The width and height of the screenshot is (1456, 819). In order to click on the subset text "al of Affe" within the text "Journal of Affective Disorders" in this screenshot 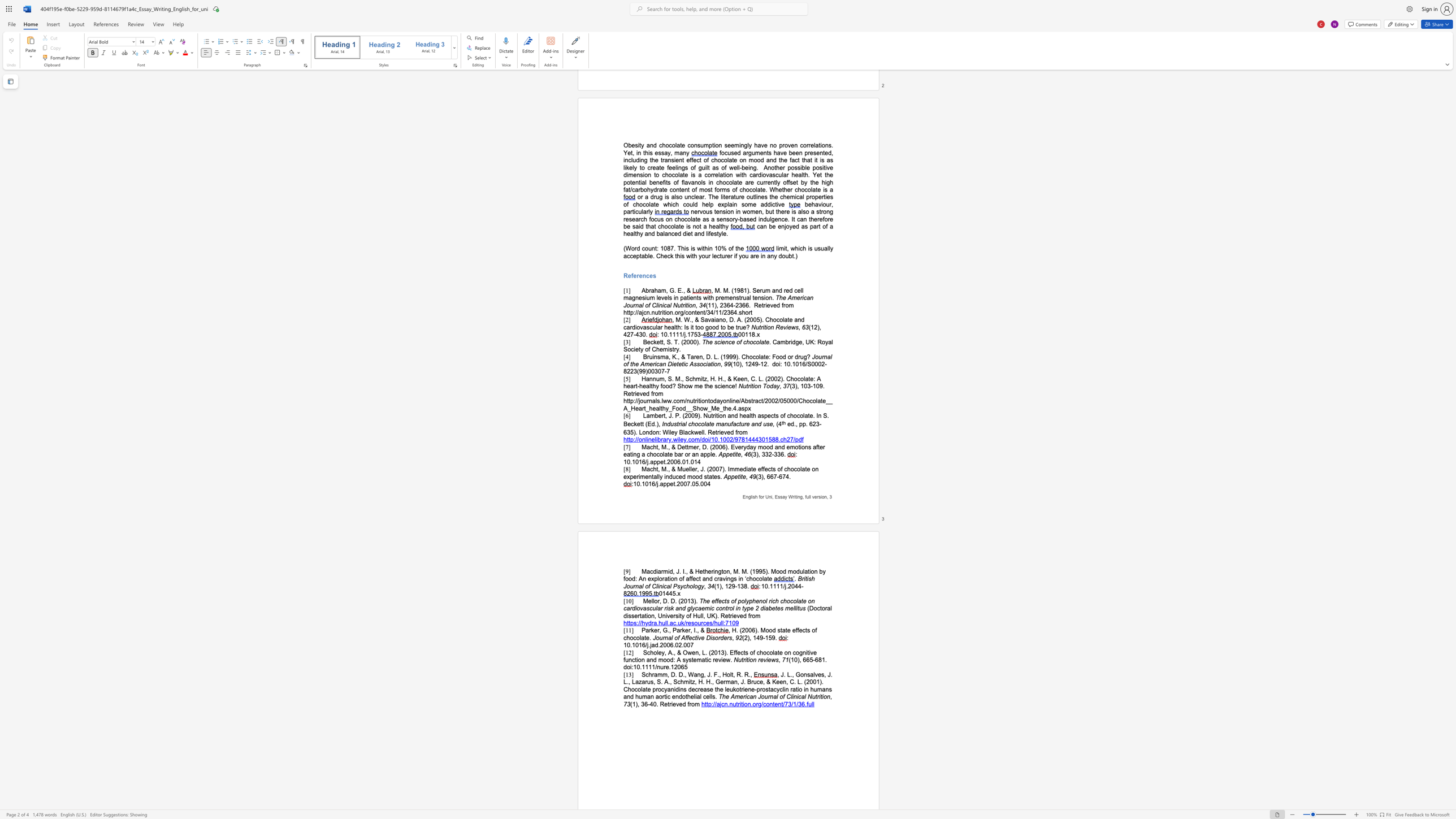, I will do `click(668, 638)`.